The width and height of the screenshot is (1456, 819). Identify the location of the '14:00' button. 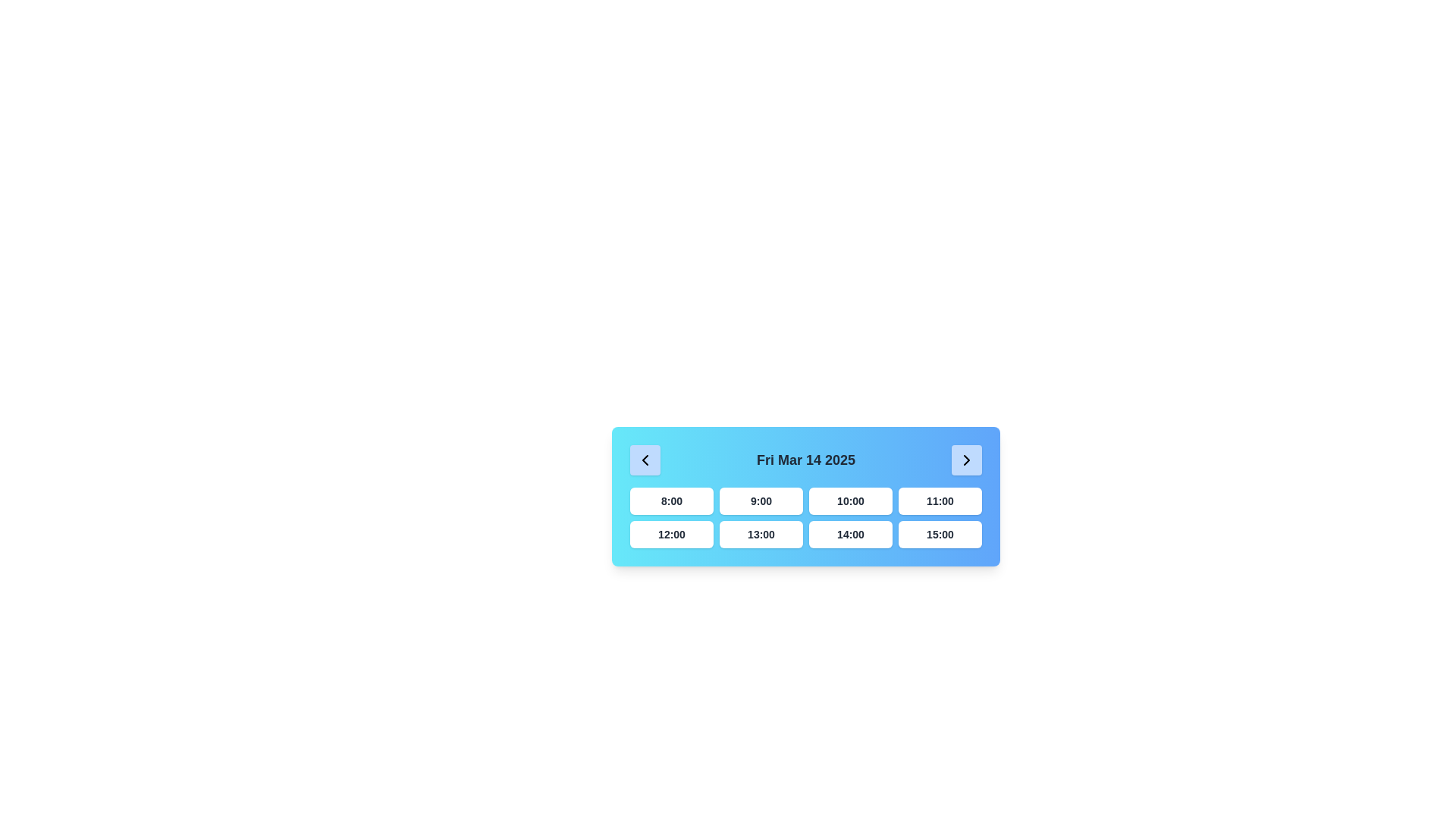
(851, 534).